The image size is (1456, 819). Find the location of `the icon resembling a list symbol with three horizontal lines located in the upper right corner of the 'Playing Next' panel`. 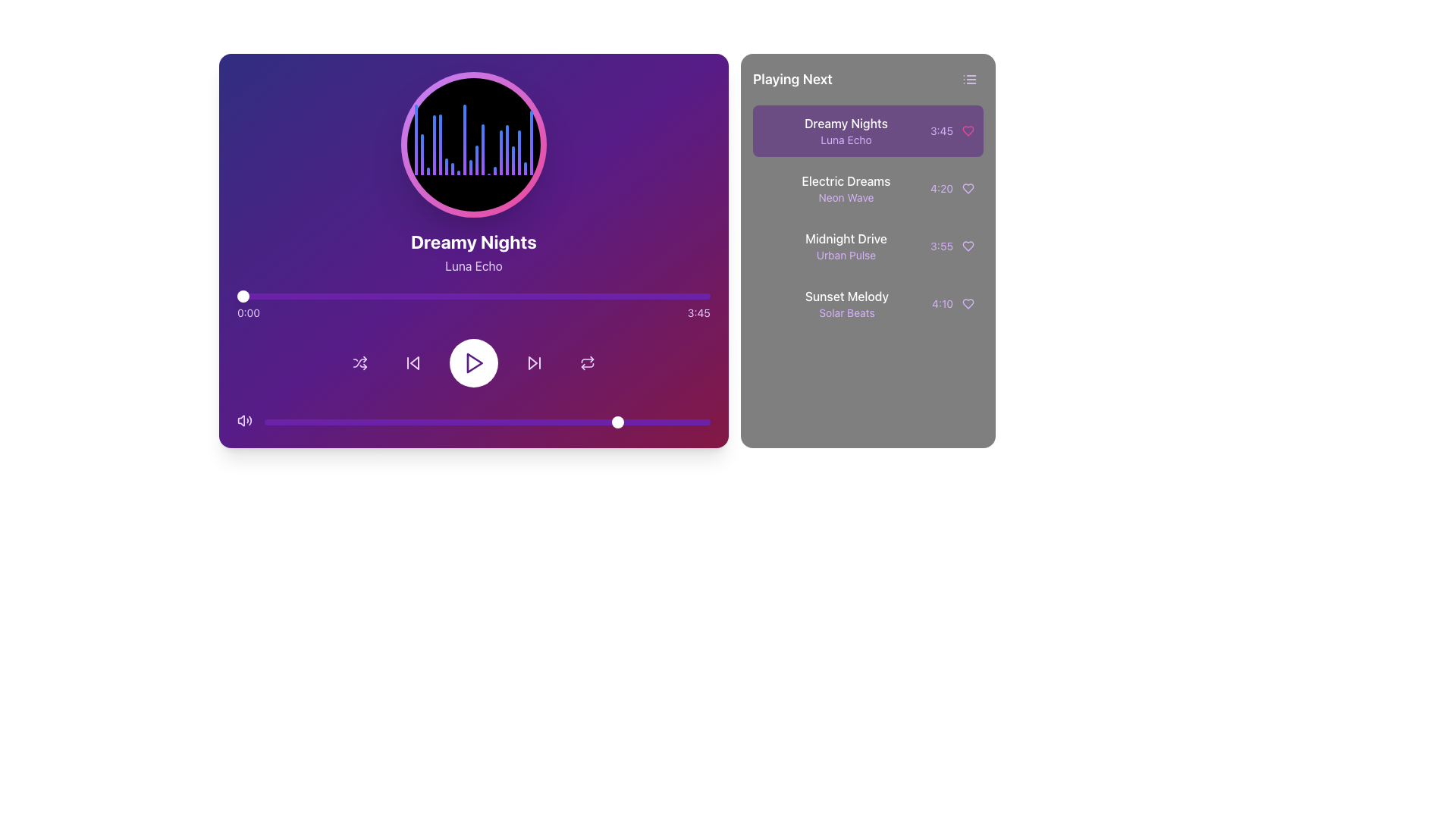

the icon resembling a list symbol with three horizontal lines located in the upper right corner of the 'Playing Next' panel is located at coordinates (968, 79).